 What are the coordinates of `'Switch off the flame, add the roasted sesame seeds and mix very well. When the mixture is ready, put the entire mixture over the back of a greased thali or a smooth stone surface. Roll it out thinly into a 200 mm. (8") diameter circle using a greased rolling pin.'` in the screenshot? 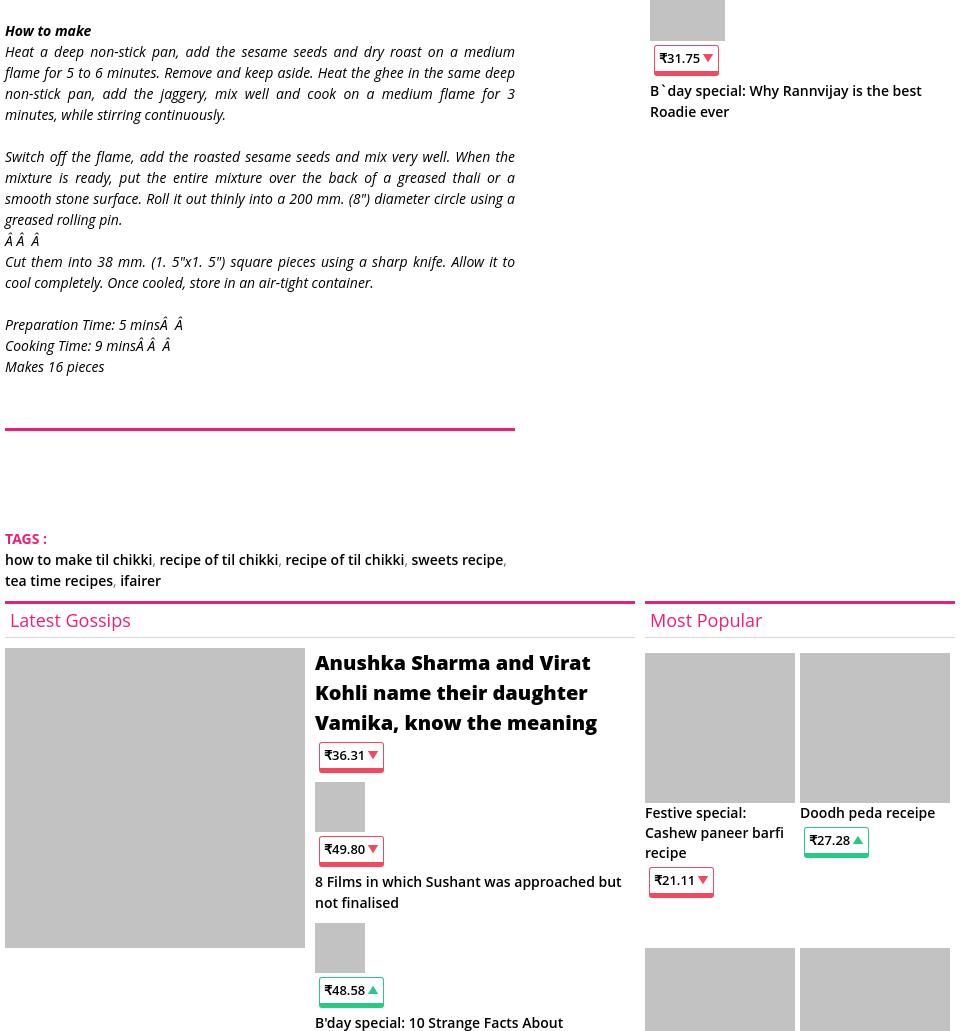 It's located at (258, 186).